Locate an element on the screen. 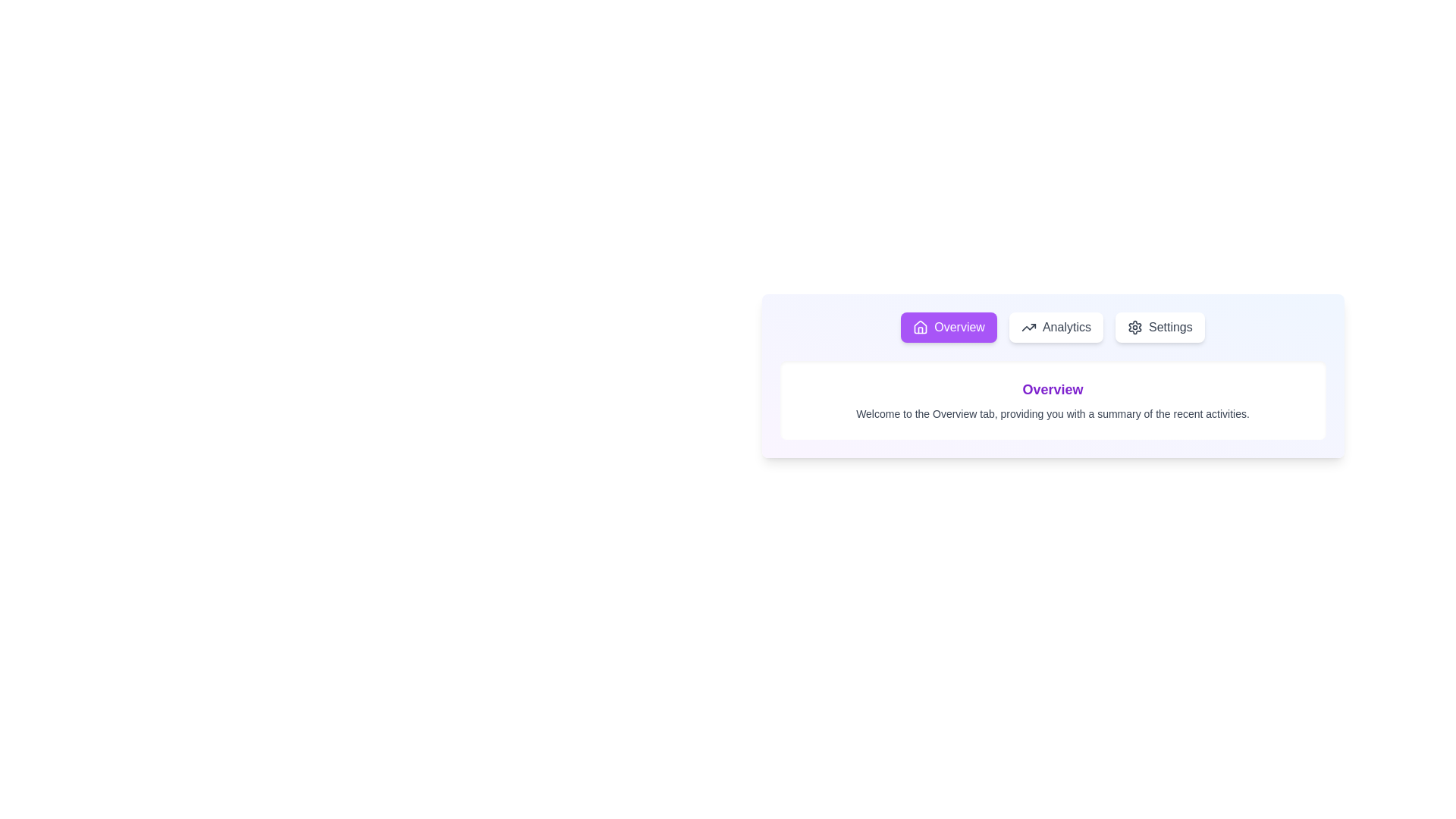 The image size is (1456, 819). the 'Analytics' button located in the navigation bar, which is represented by the icon on its left side is located at coordinates (1028, 327).